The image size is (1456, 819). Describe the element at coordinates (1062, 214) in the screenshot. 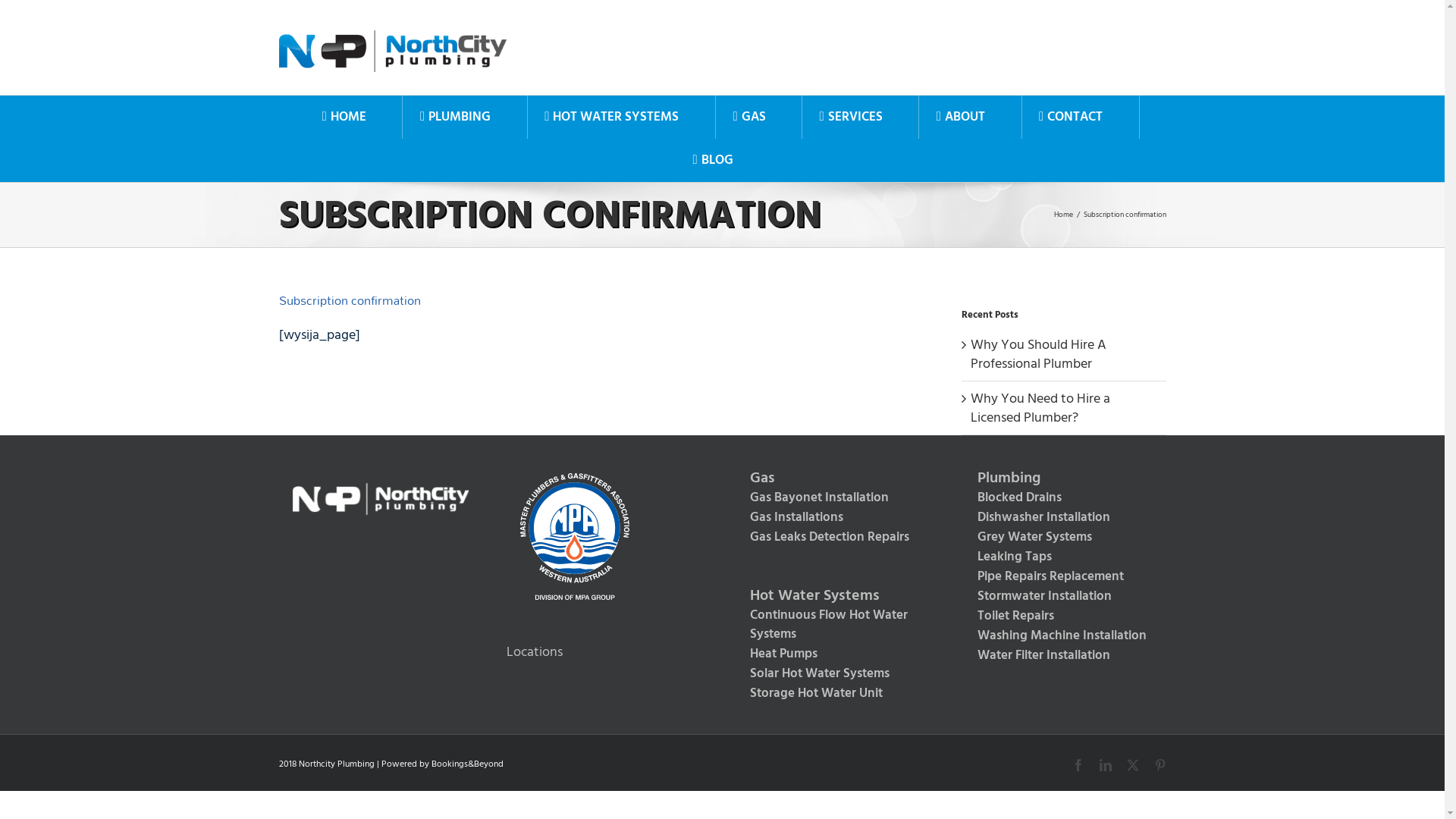

I see `'Home'` at that location.